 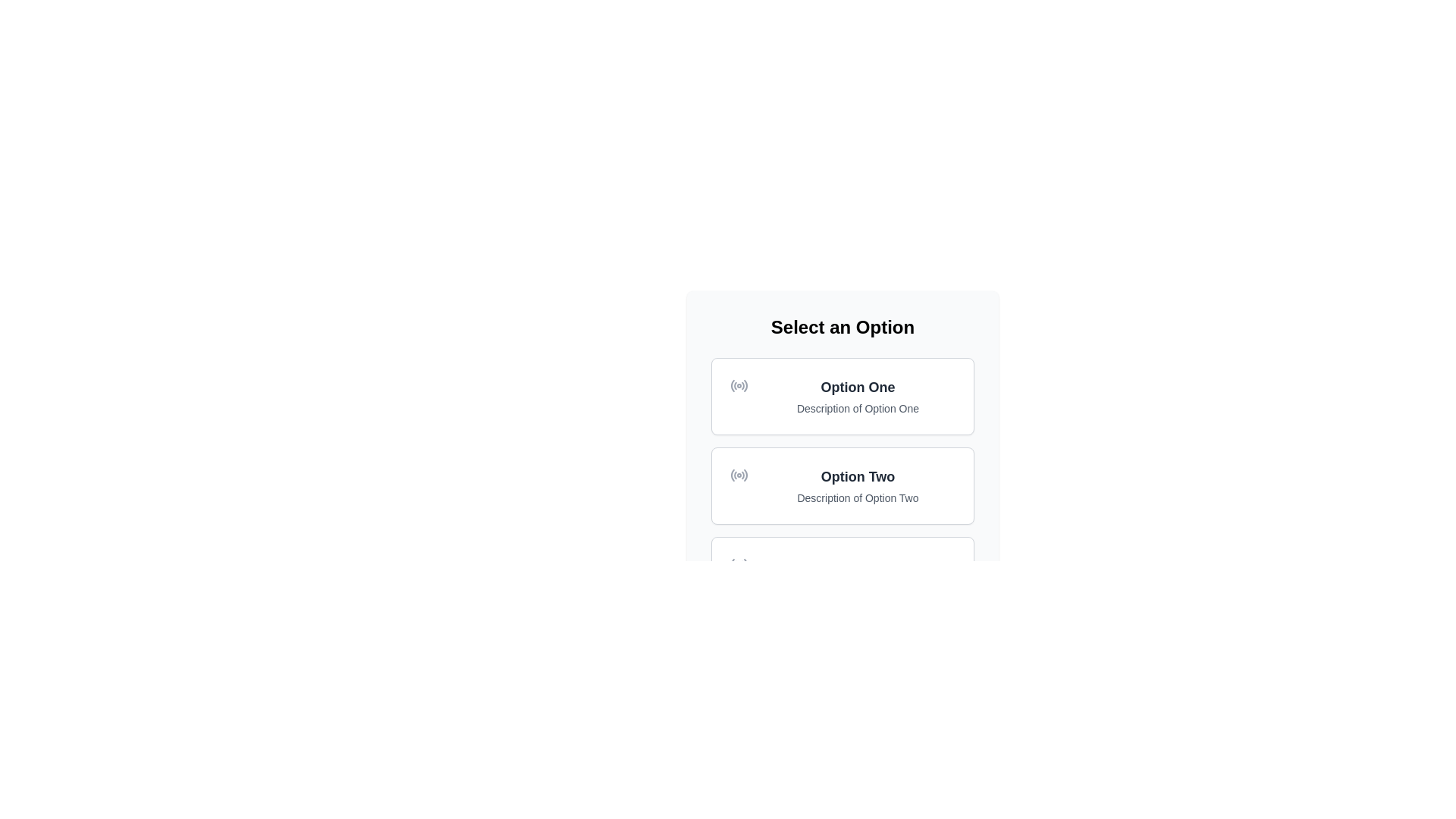 I want to click on text label that describes the option titled 'Option One', which is located beneath the title within a card in a vertically stacked list of options, so click(x=858, y=408).